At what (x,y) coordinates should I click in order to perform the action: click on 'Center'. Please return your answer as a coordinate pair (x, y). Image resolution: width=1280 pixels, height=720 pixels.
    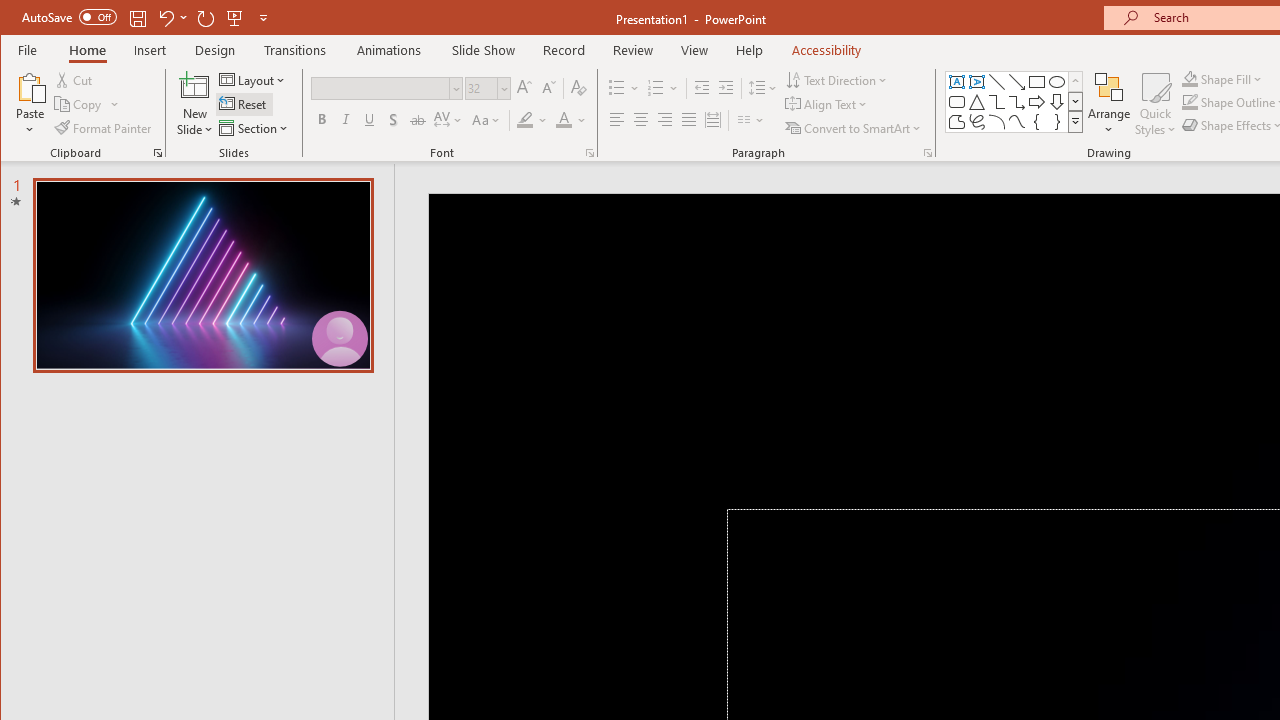
    Looking at the image, I should click on (640, 120).